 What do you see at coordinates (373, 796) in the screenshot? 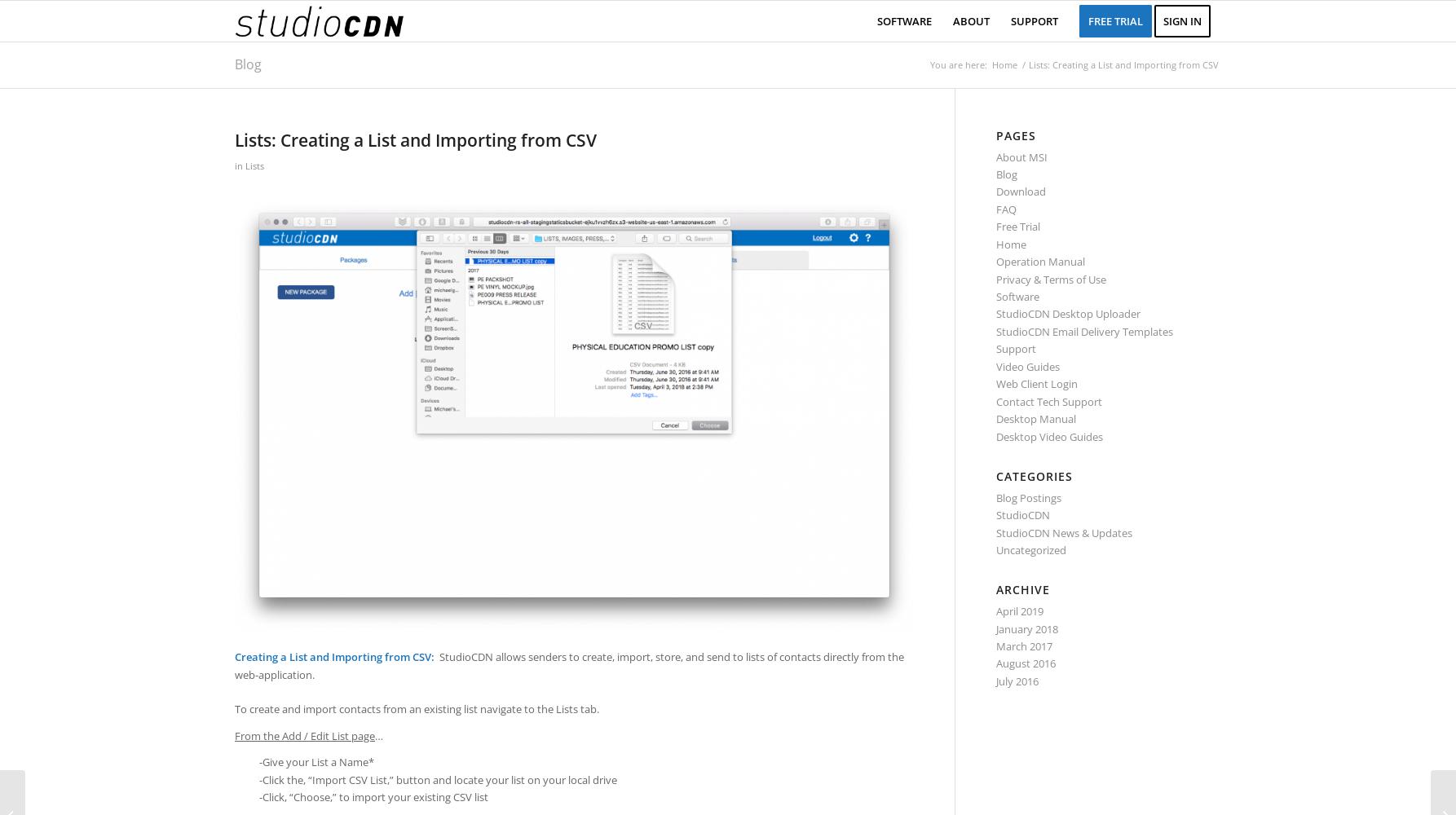
I see `'-Click, “Choose,” to import your existing CSV list'` at bounding box center [373, 796].